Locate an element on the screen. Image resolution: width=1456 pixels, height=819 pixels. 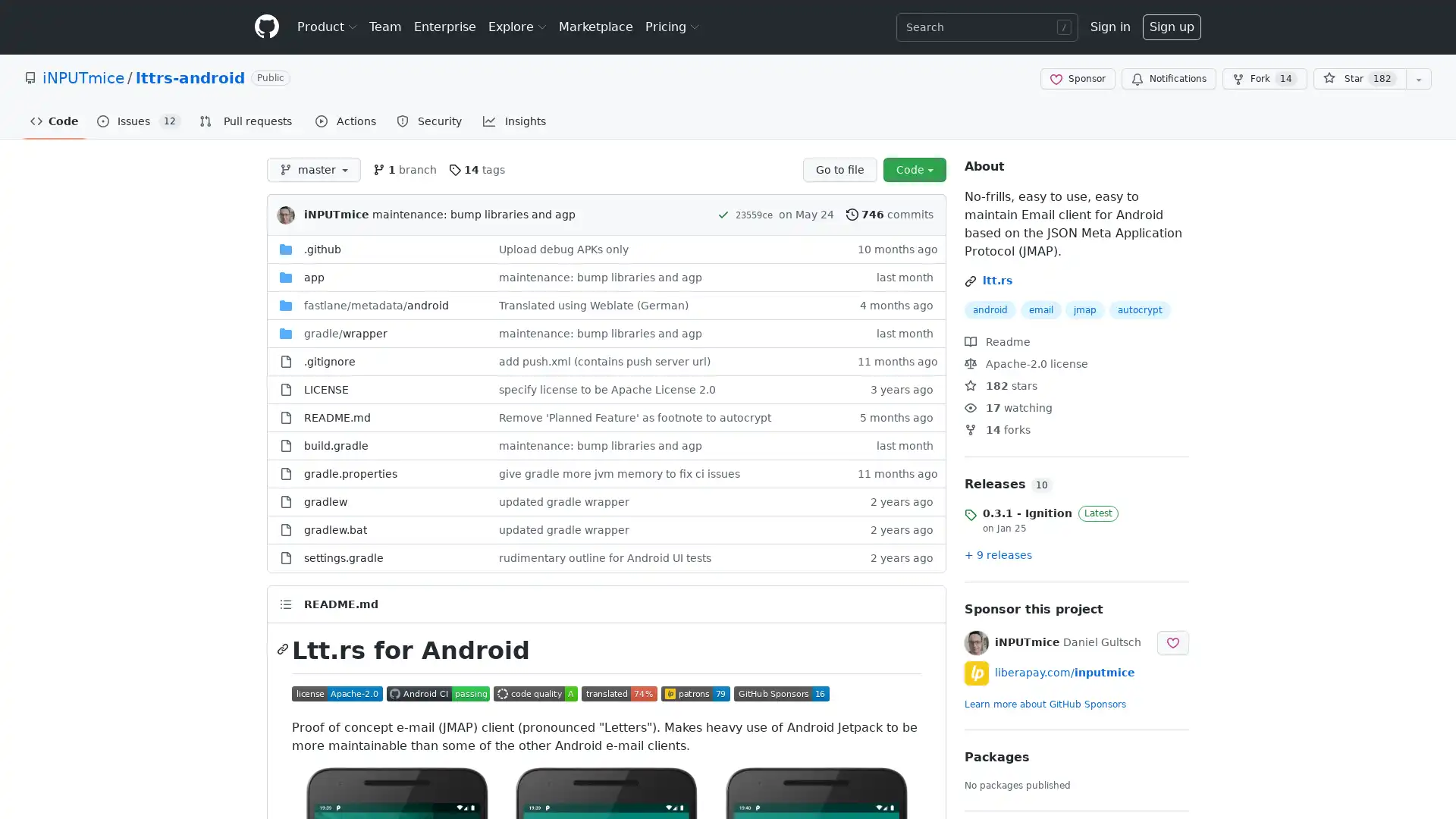
Sponsor is located at coordinates (1077, 79).